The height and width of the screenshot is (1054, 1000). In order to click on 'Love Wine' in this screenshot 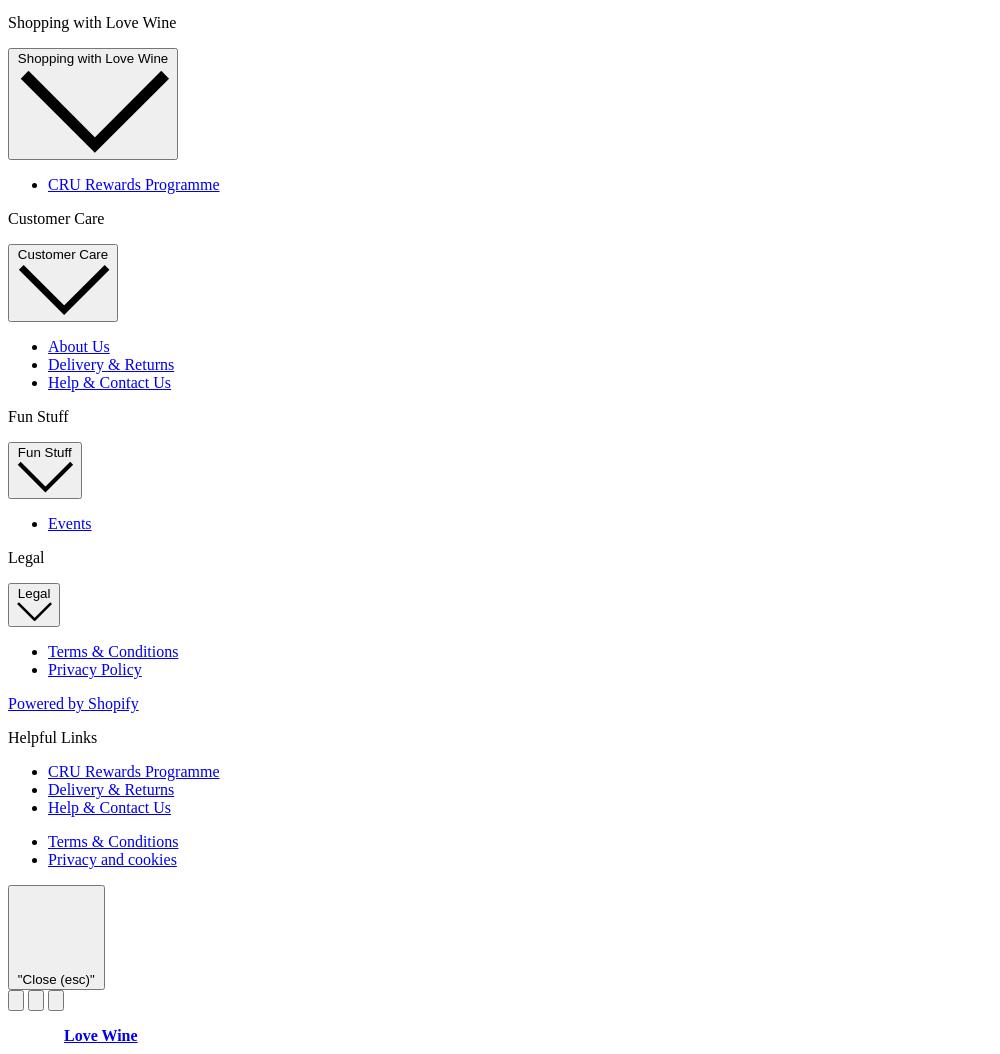, I will do `click(99, 1033)`.